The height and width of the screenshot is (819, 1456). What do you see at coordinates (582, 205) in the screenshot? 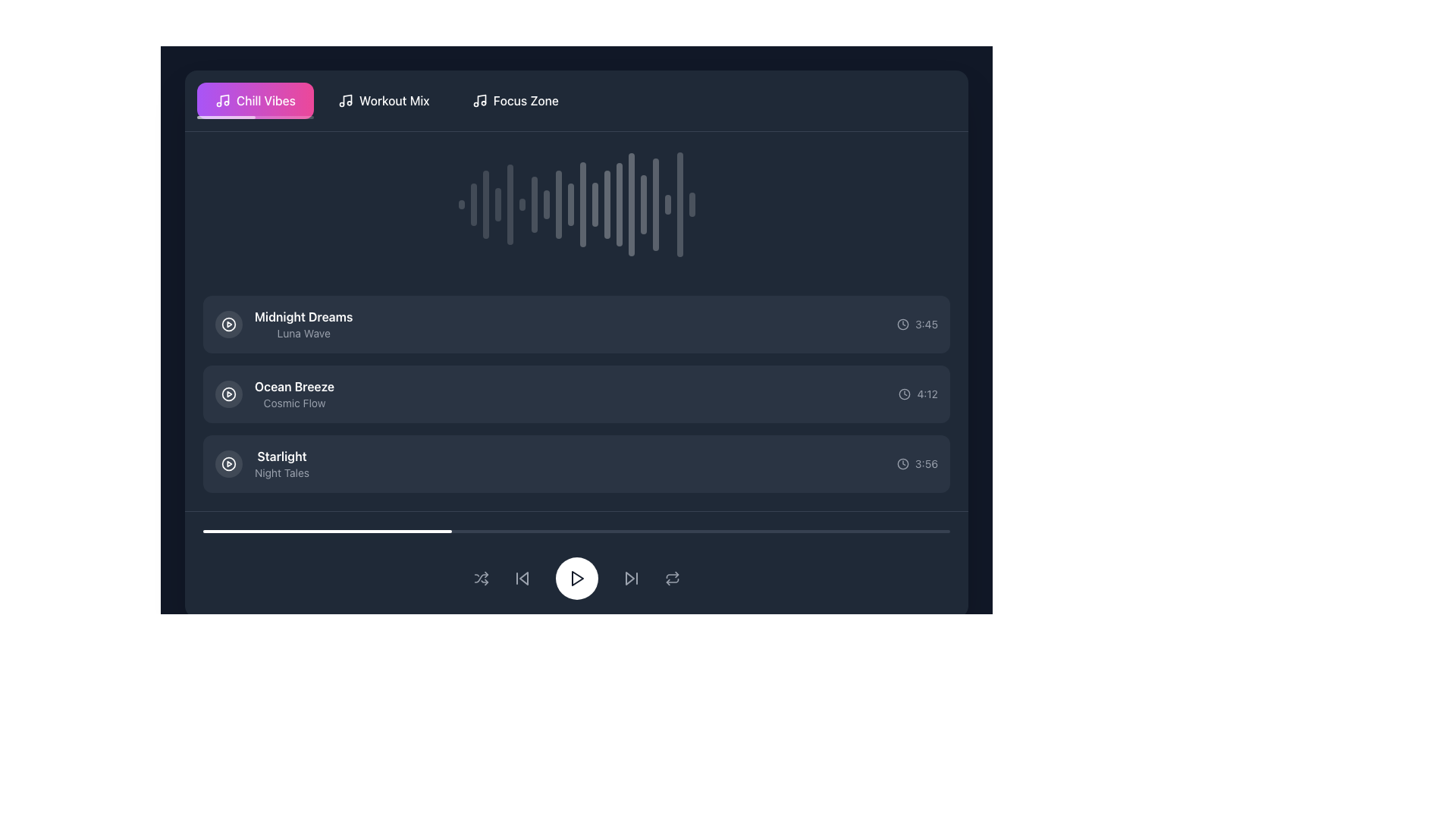
I see `the 11th bar in the audio level graphical representation, which is a non-interactive element visually indicating sound levels` at bounding box center [582, 205].